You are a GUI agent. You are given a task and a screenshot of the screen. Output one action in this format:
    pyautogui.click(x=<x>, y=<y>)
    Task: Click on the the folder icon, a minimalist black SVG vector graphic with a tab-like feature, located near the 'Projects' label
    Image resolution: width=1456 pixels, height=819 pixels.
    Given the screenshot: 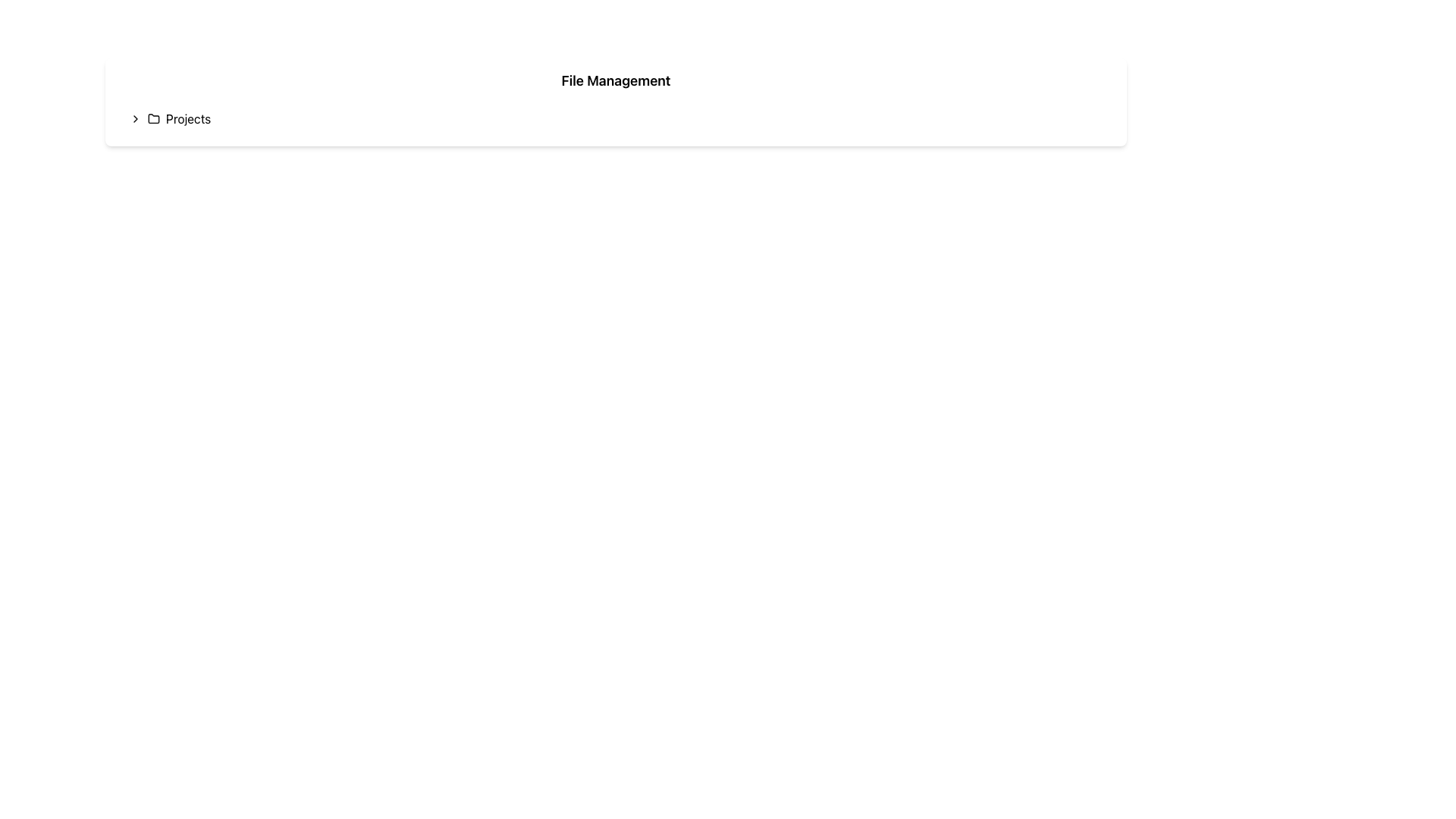 What is the action you would take?
    pyautogui.click(x=153, y=117)
    